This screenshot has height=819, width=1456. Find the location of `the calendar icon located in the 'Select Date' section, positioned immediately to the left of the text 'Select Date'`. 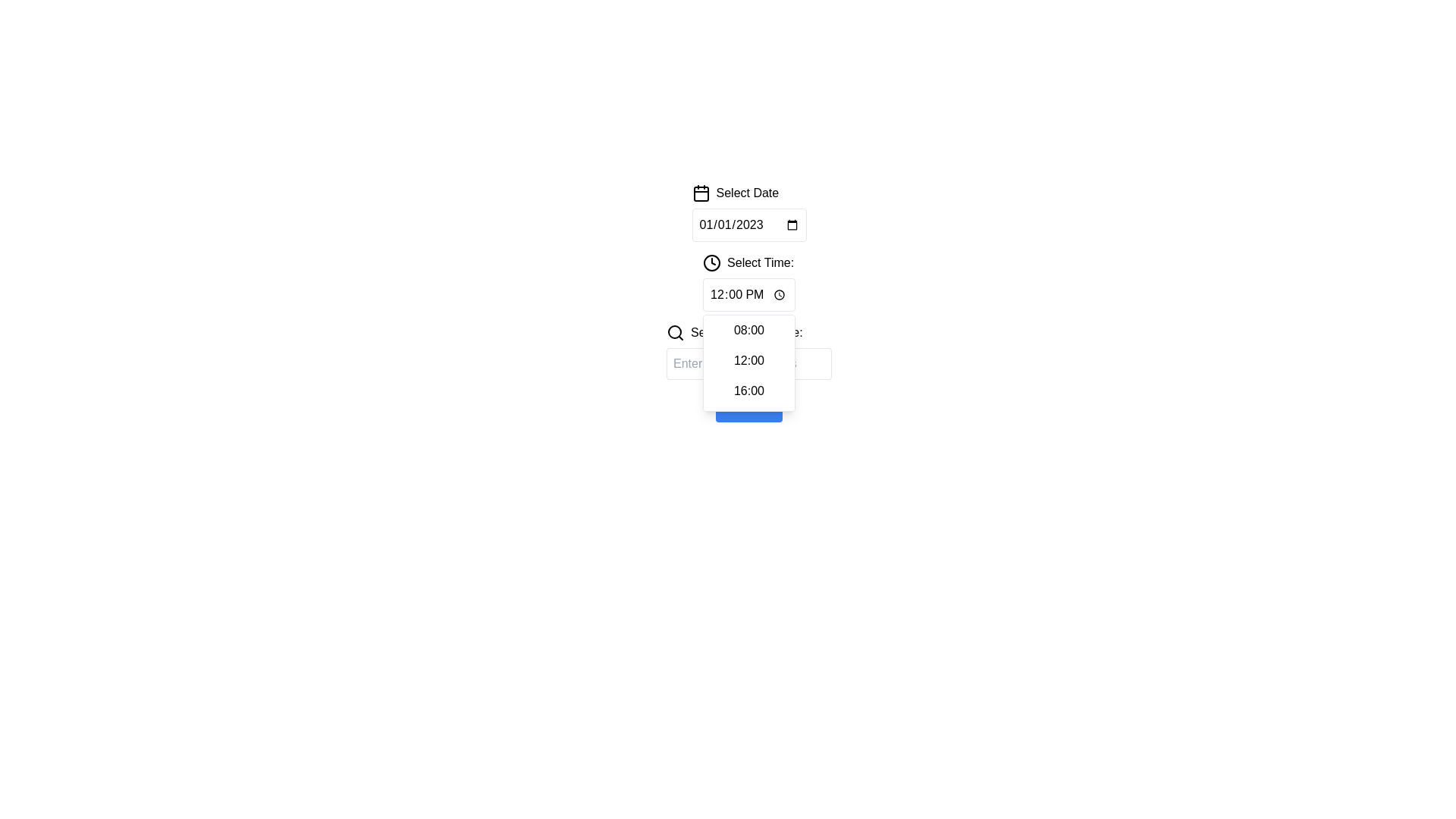

the calendar icon located in the 'Select Date' section, positioned immediately to the left of the text 'Select Date' is located at coordinates (700, 192).